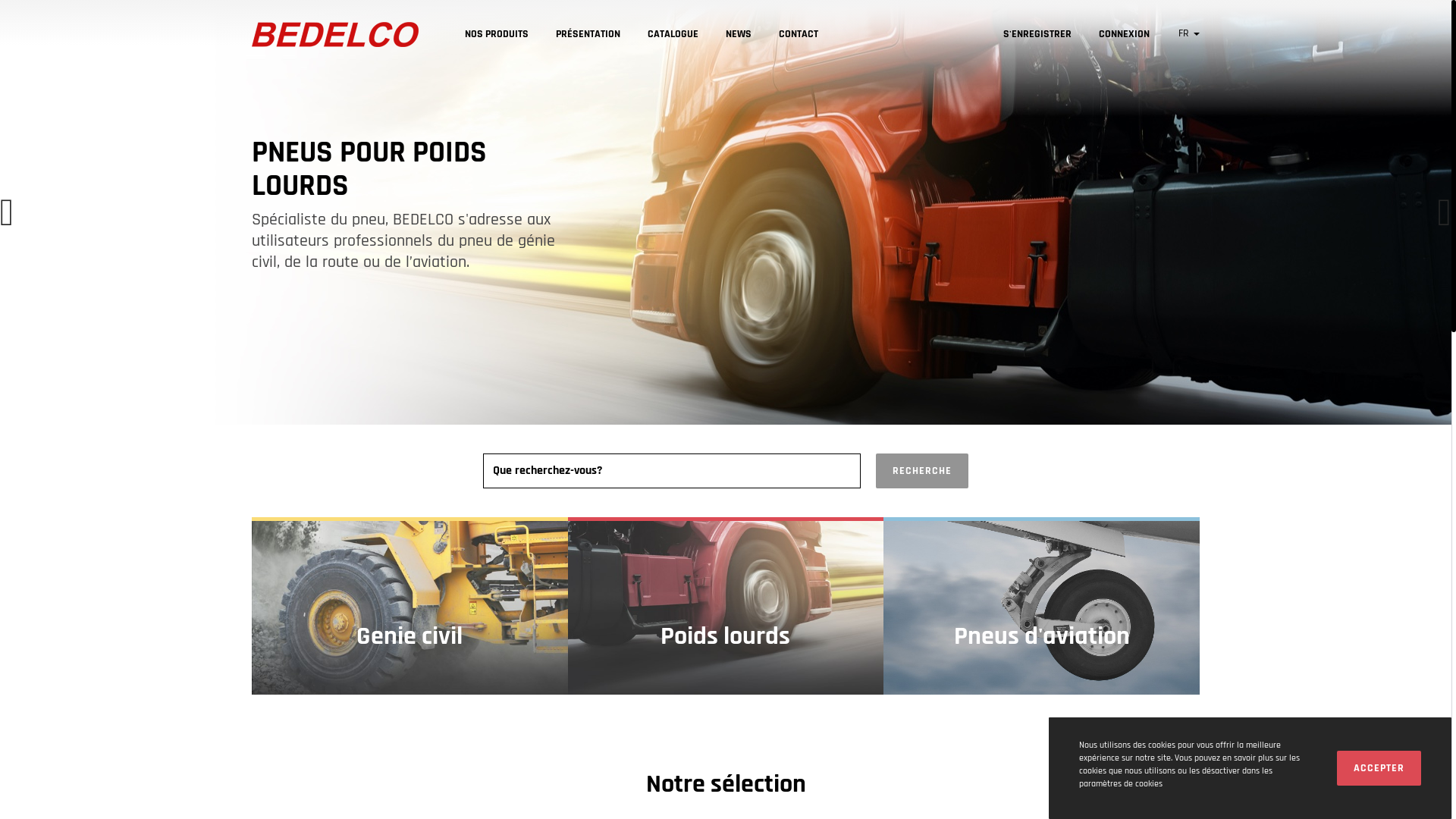 This screenshot has height=819, width=1456. What do you see at coordinates (1379, 768) in the screenshot?
I see `'ACCEPTER'` at bounding box center [1379, 768].